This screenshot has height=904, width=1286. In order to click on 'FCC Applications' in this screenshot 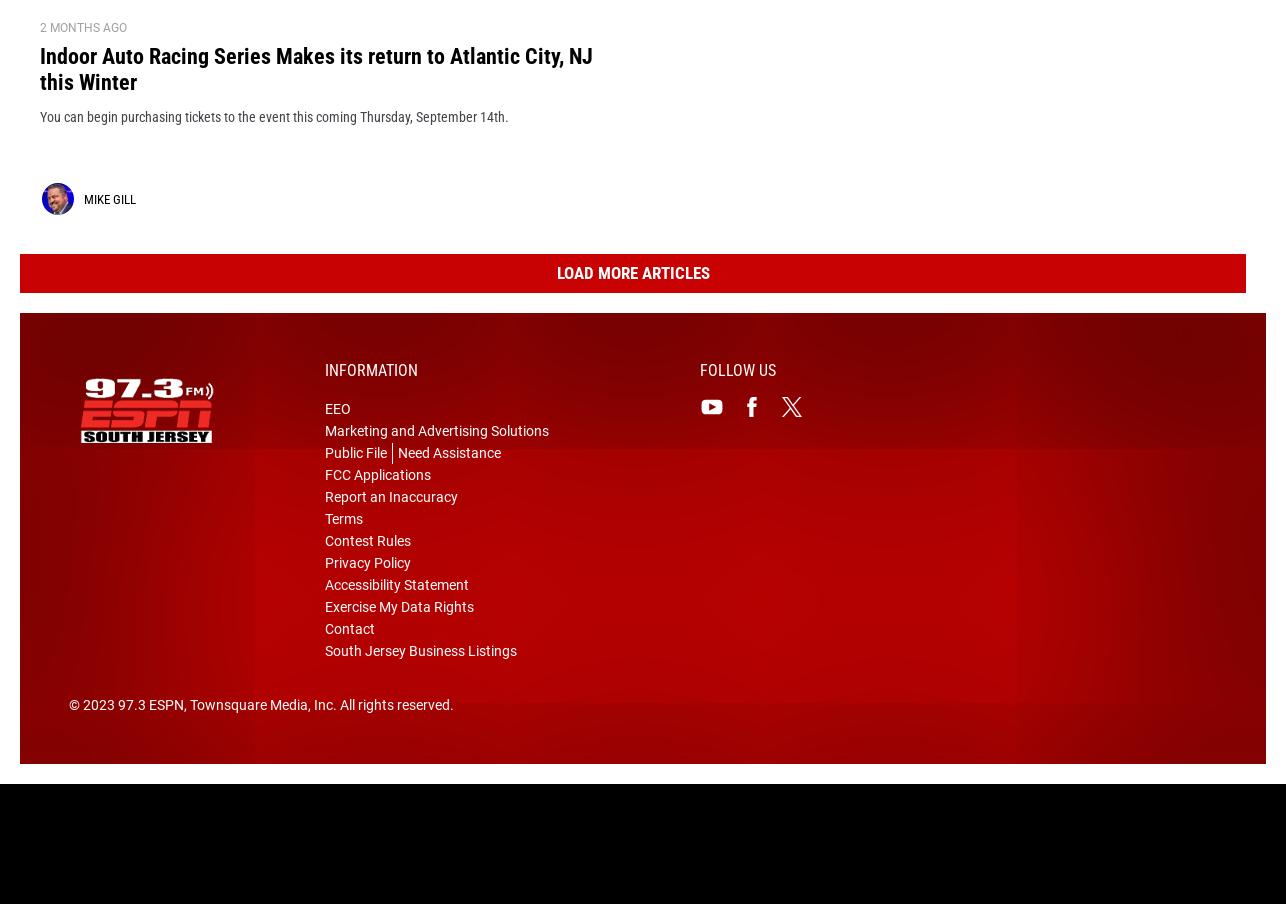, I will do `click(376, 505)`.